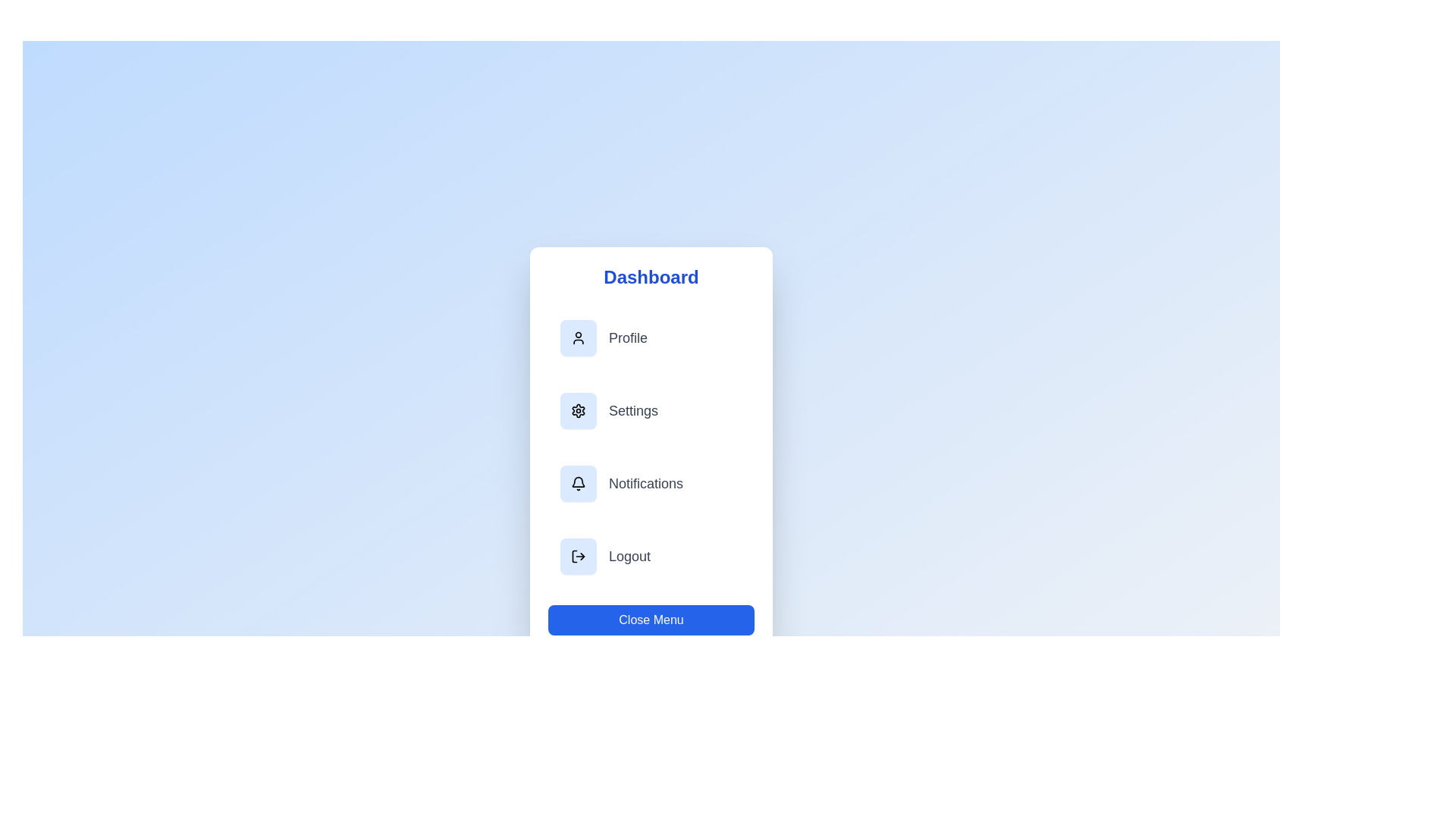 The image size is (1456, 819). I want to click on the menu item labeled Profile to navigate to its respective section, so click(651, 337).